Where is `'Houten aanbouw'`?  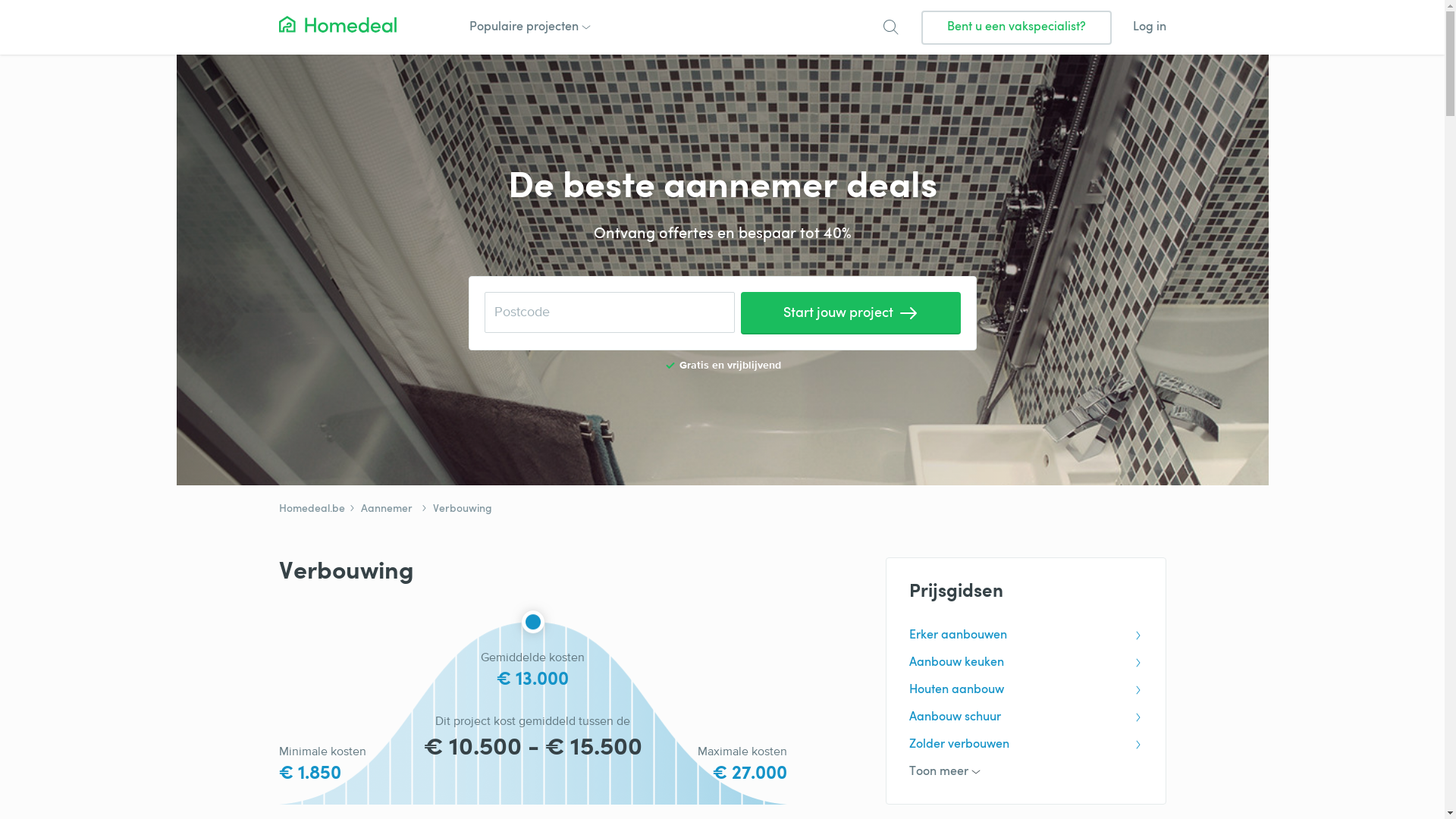
'Houten aanbouw' is located at coordinates (1025, 690).